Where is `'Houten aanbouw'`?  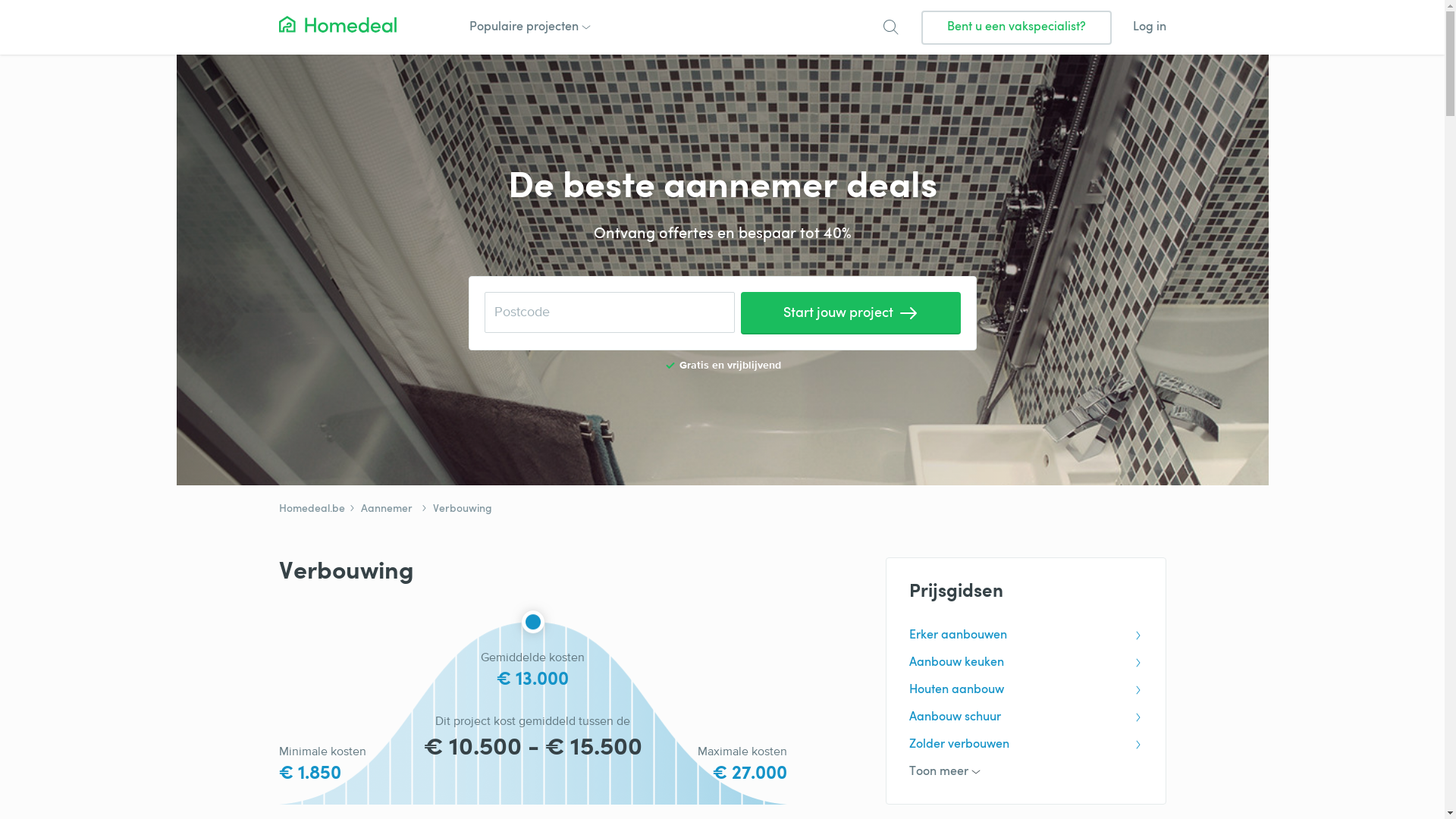
'Houten aanbouw' is located at coordinates (1025, 690).